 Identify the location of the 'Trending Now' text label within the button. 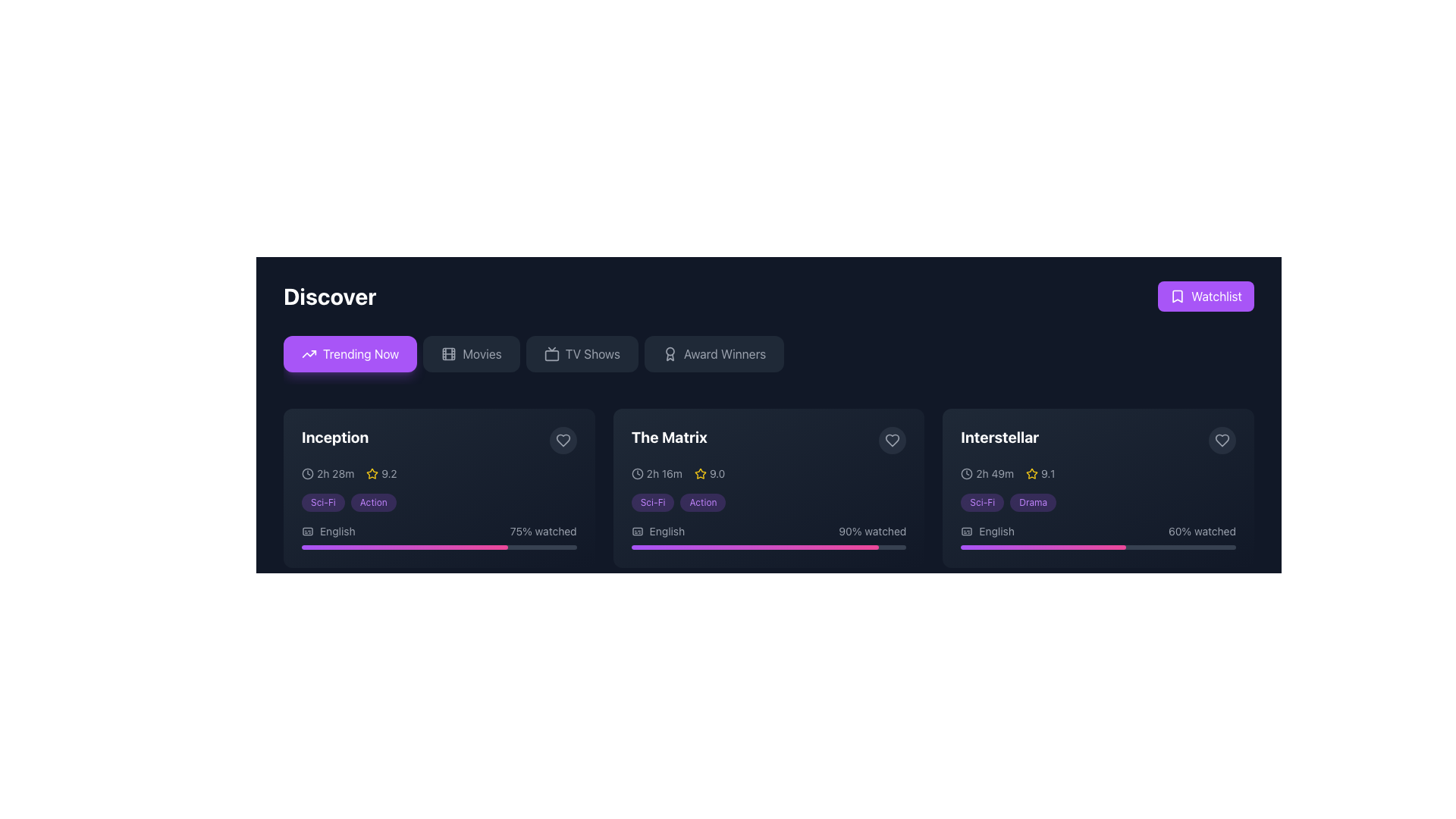
(360, 353).